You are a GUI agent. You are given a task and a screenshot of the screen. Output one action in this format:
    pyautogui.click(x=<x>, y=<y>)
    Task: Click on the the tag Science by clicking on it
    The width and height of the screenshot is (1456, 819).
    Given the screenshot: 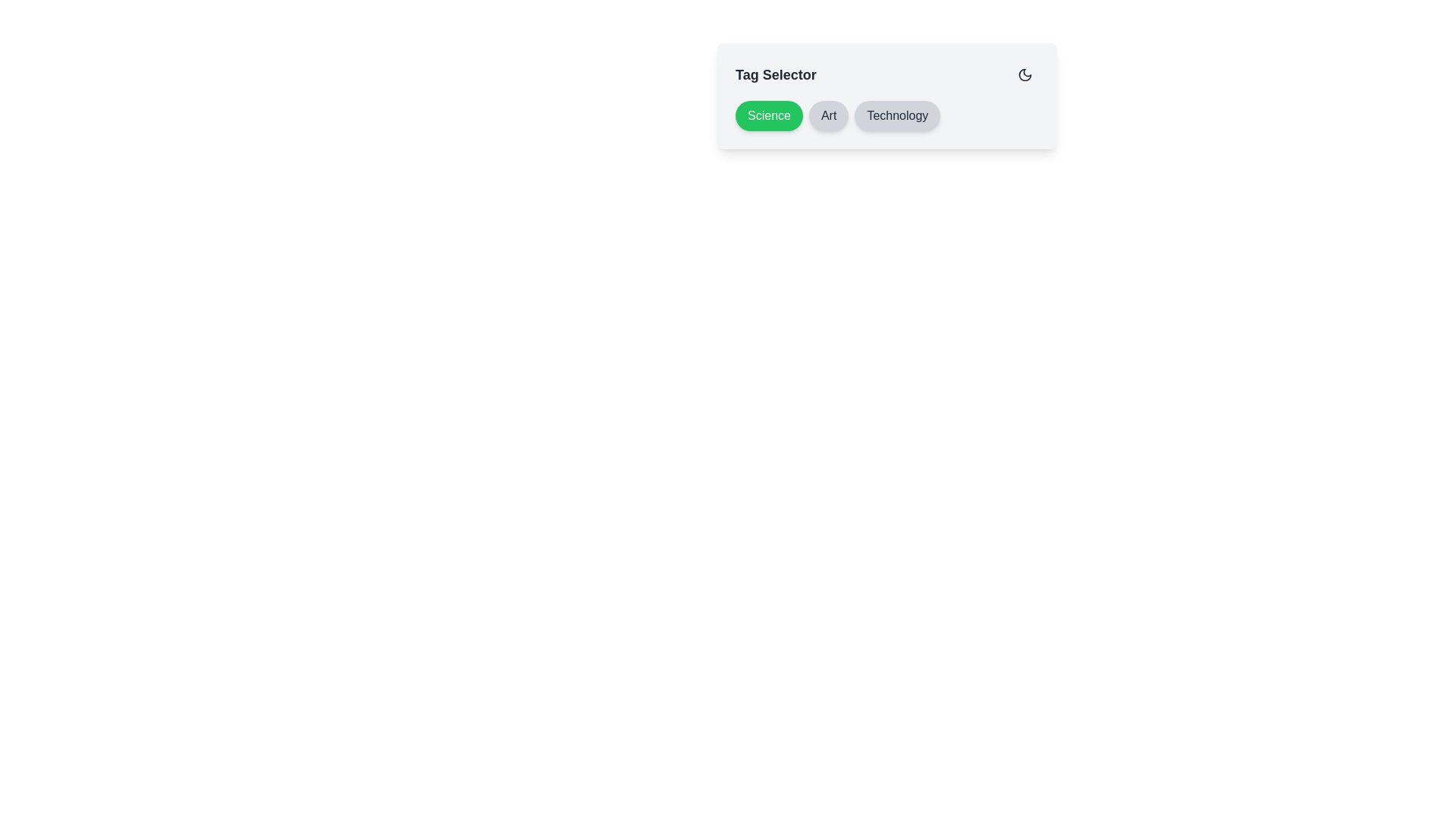 What is the action you would take?
    pyautogui.click(x=769, y=115)
    